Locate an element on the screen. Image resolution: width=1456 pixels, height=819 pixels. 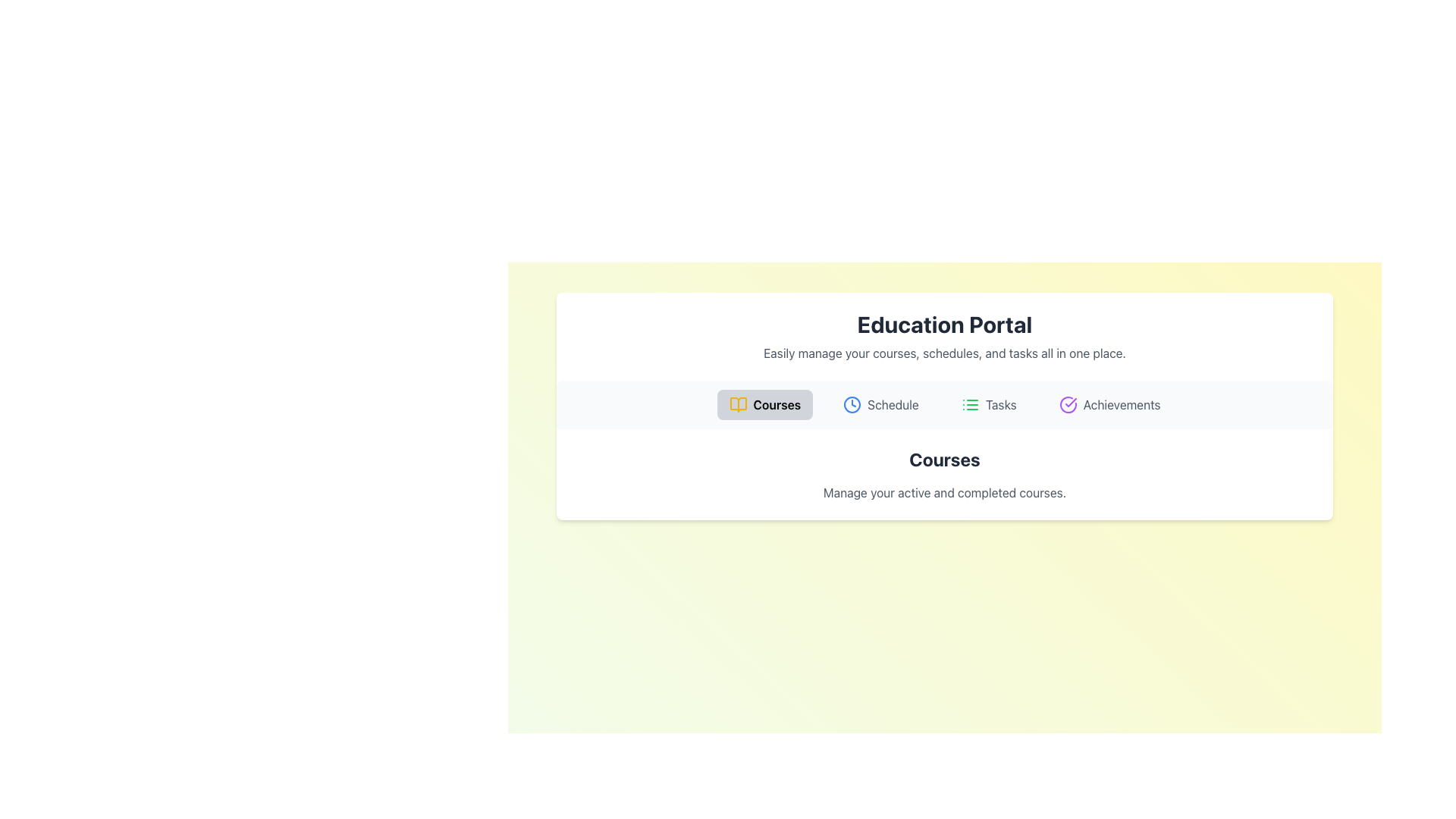
the 'Courses' label navigation tab, which is displayed in bold black font against a gray background is located at coordinates (777, 403).